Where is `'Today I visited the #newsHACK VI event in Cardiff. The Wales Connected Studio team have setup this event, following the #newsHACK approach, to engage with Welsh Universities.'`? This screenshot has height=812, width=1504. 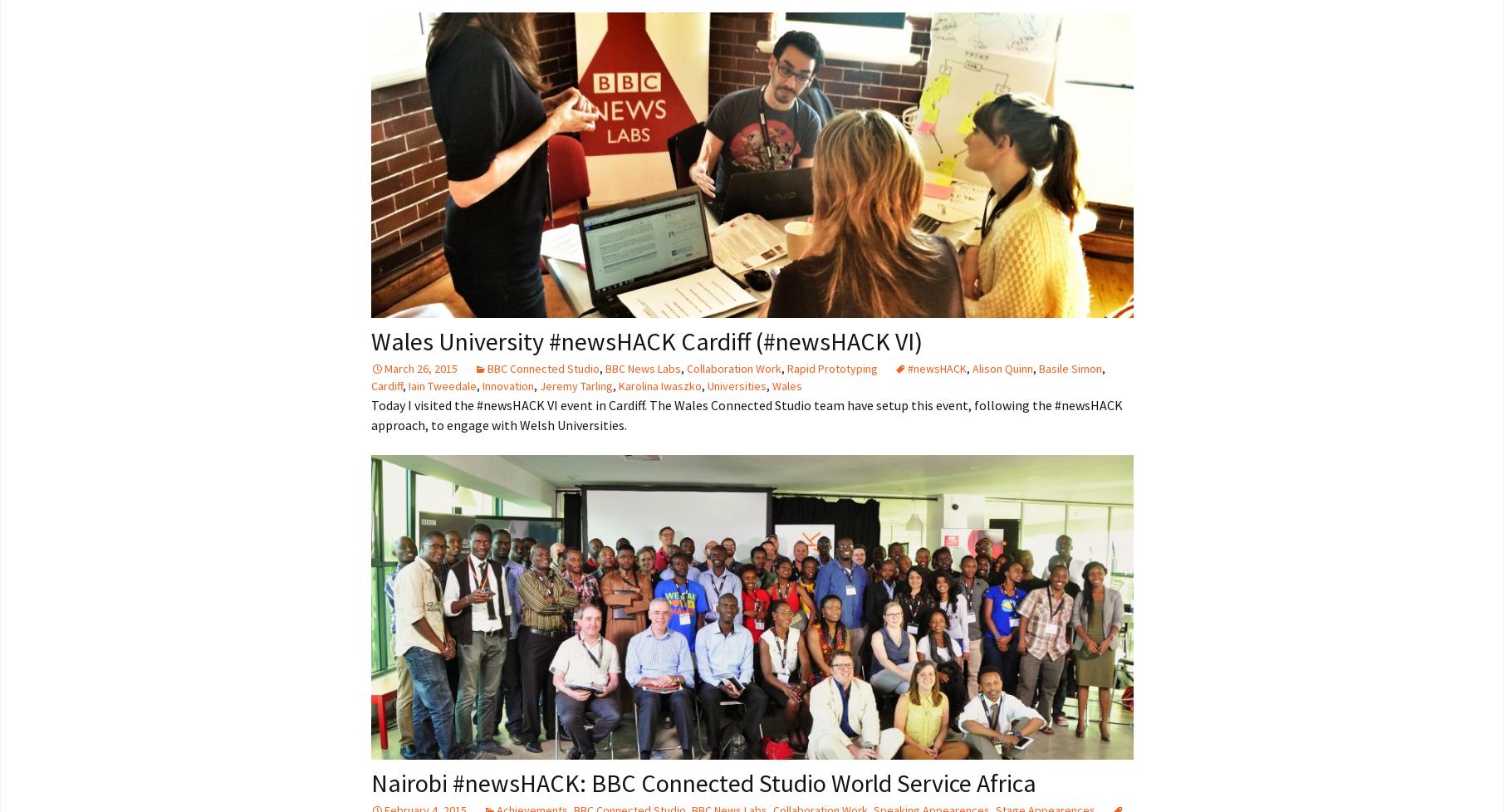 'Today I visited the #newsHACK VI event in Cardiff. The Wales Connected Studio team have setup this event, following the #newsHACK approach, to engage with Welsh Universities.' is located at coordinates (370, 413).